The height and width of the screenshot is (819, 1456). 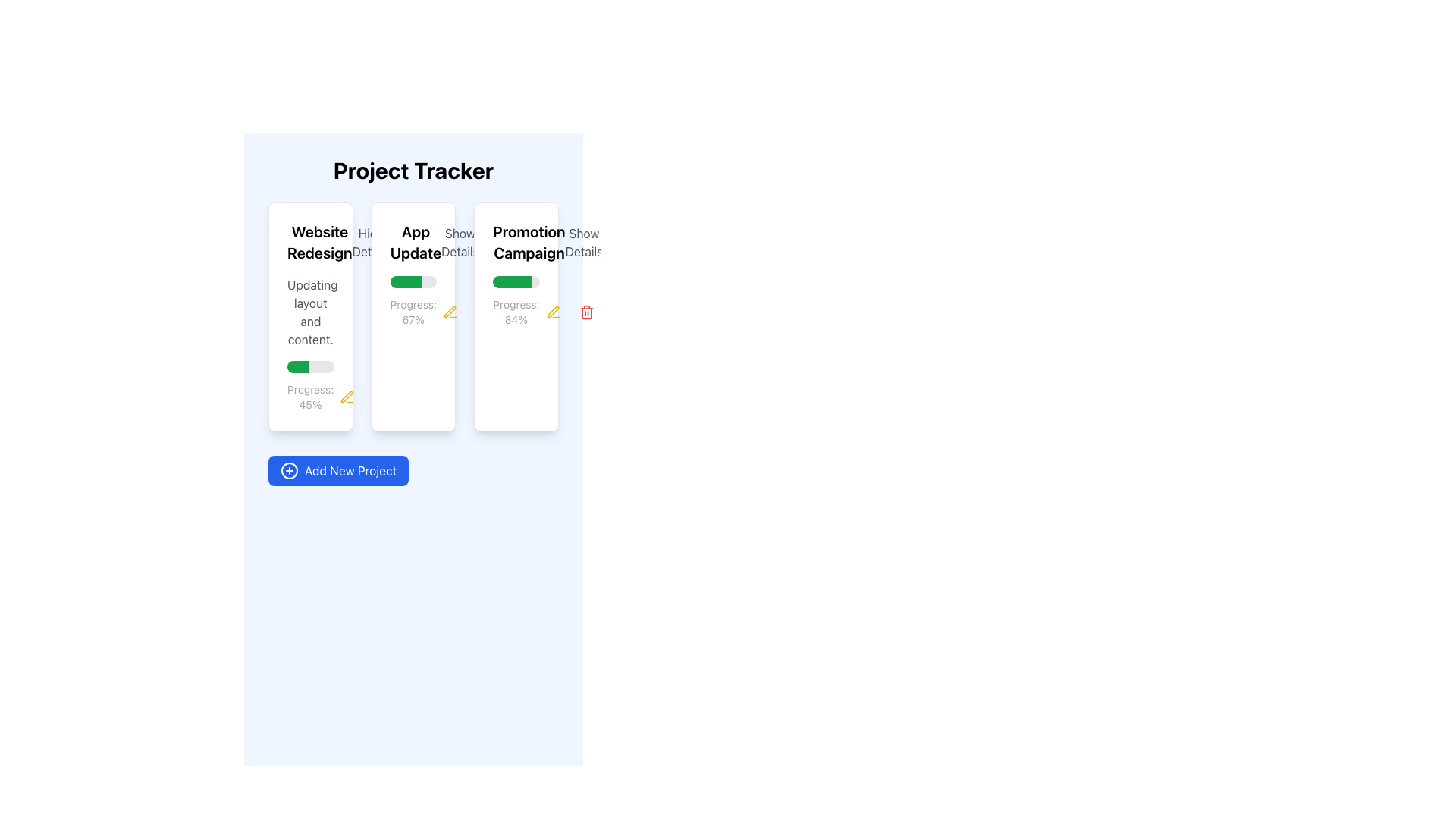 I want to click on the text block that reads 'Updating layout and content.' which is located within the first card under the heading 'Website Redesign', so click(x=309, y=312).